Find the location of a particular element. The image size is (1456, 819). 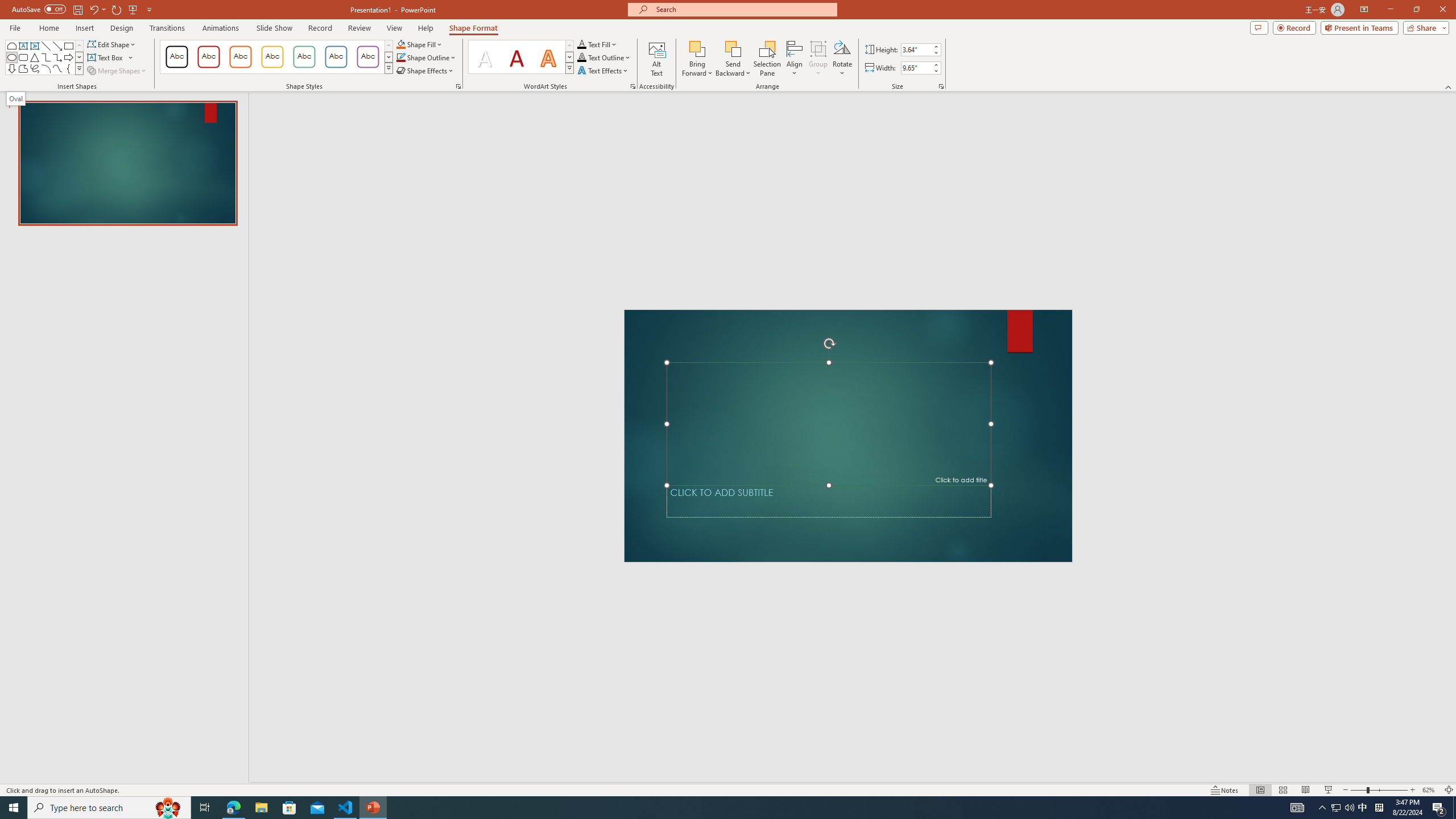

'Colored Outline - Green, Accent 4' is located at coordinates (304, 56).